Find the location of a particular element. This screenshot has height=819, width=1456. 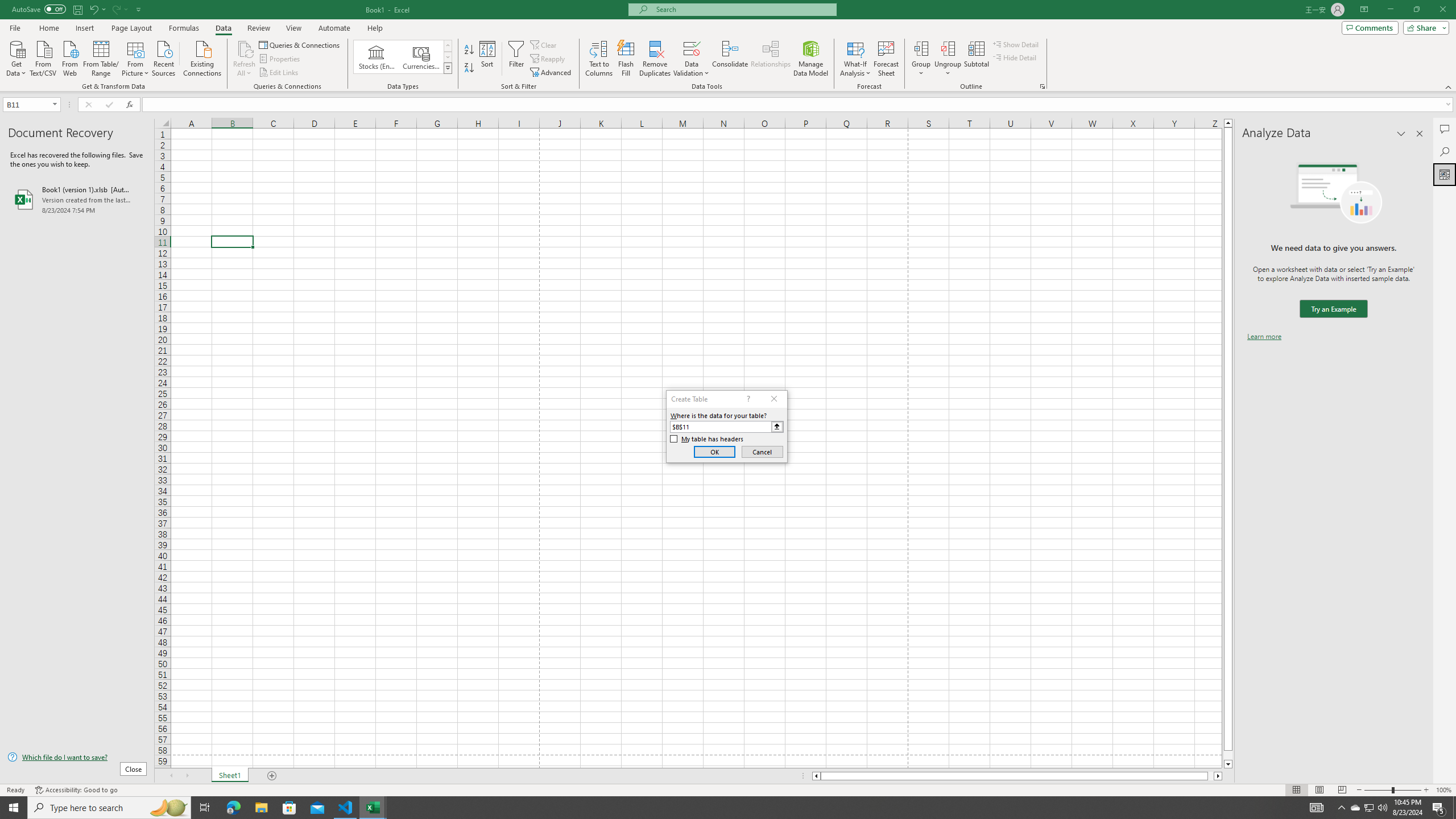

'Advanced...' is located at coordinates (552, 72).